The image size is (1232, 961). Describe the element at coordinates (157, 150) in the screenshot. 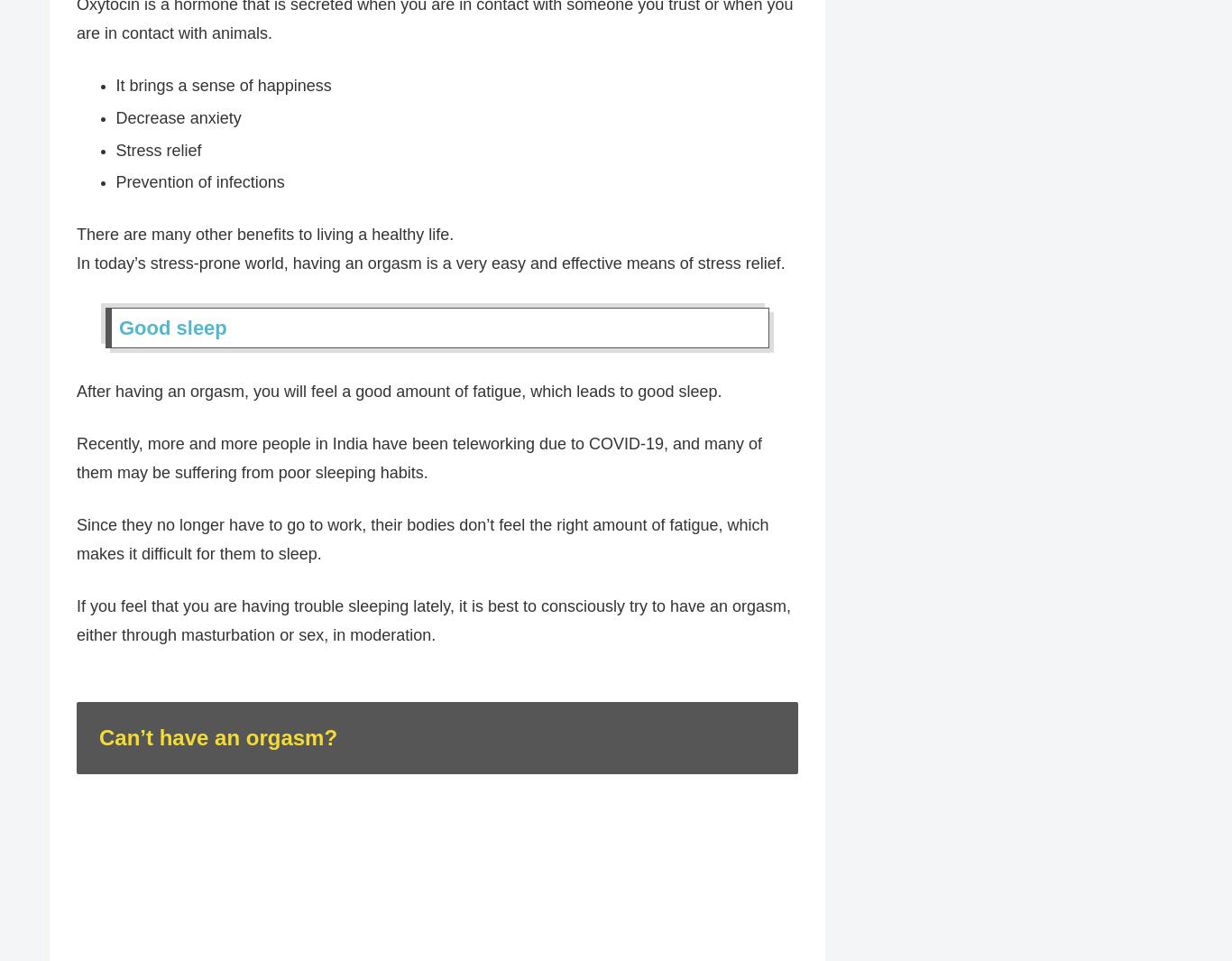

I see `'Stress relief'` at that location.